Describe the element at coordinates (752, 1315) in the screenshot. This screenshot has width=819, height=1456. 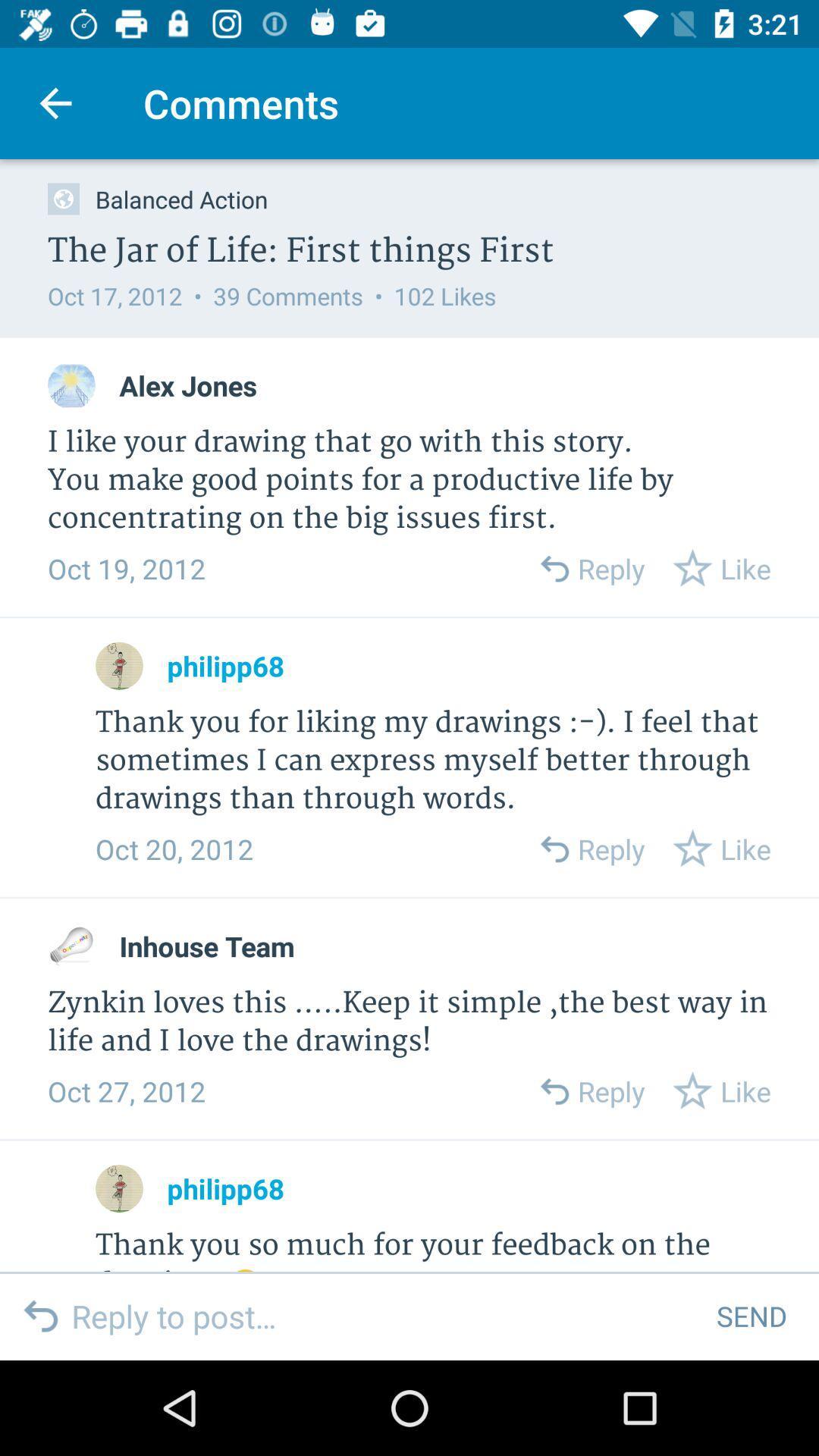
I see `the send` at that location.